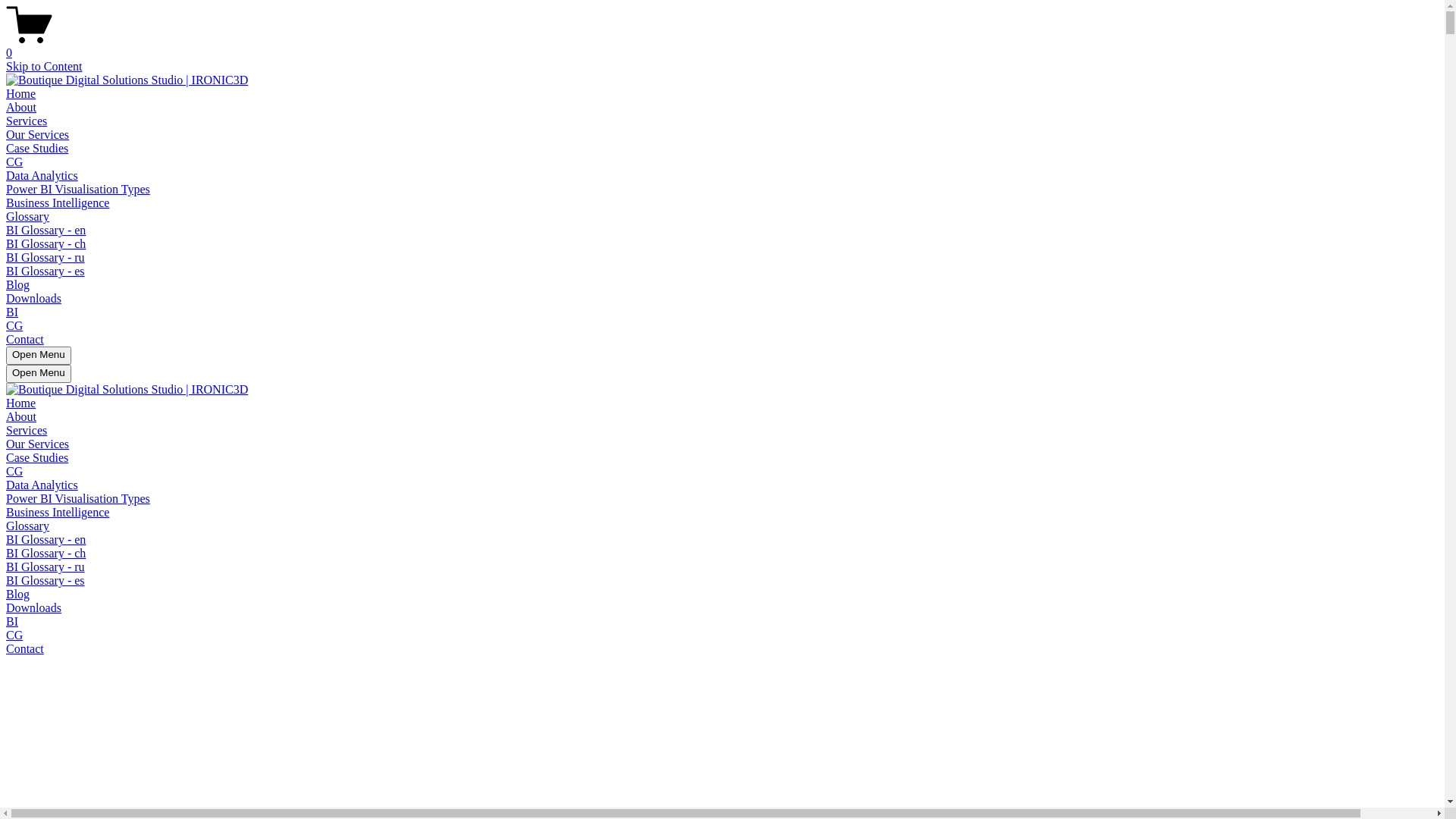 This screenshot has height=819, width=1456. Describe the element at coordinates (26, 430) in the screenshot. I see `'Services'` at that location.